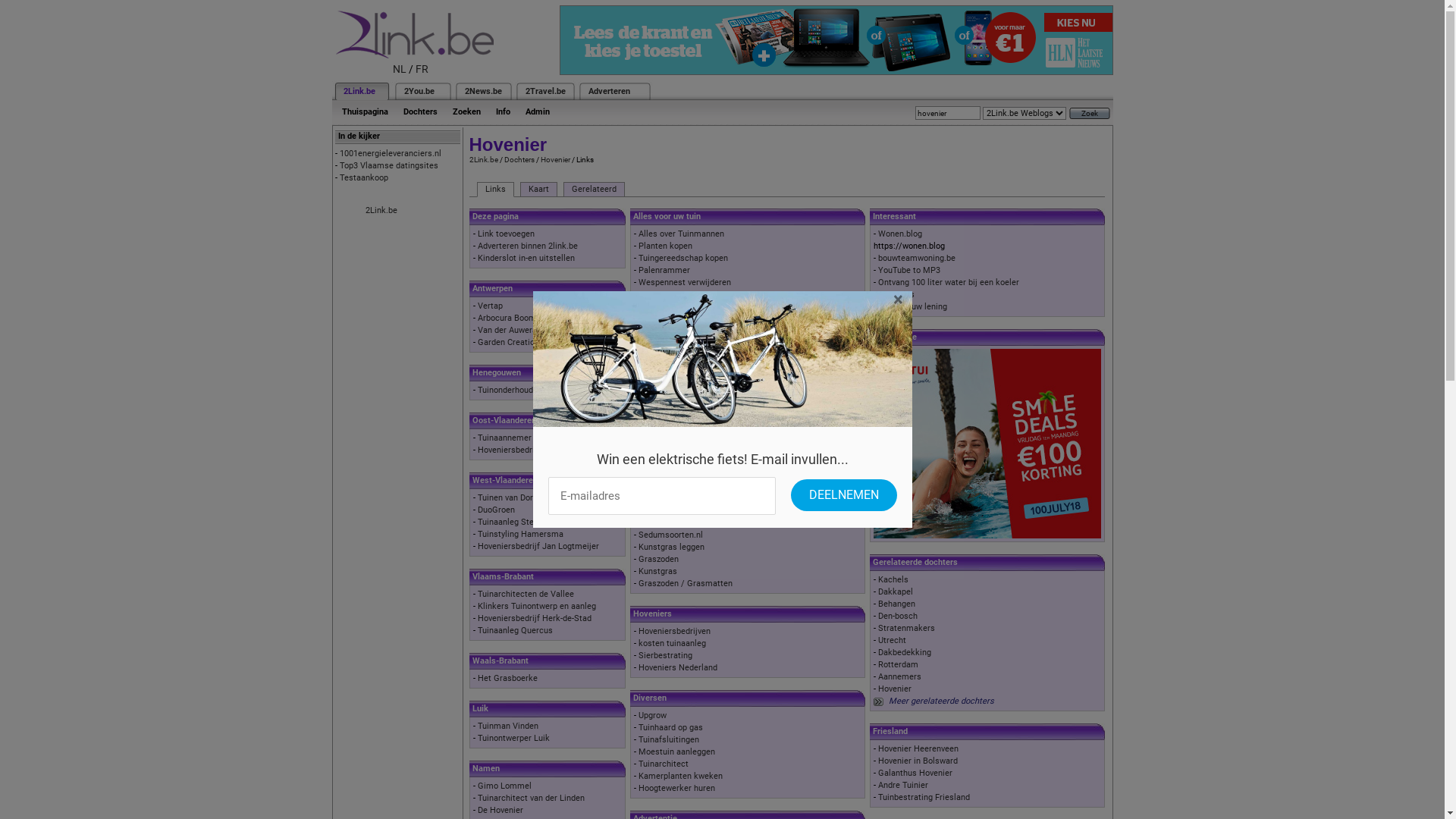 The height and width of the screenshot is (819, 1456). I want to click on 'Bouwgids', so click(896, 294).